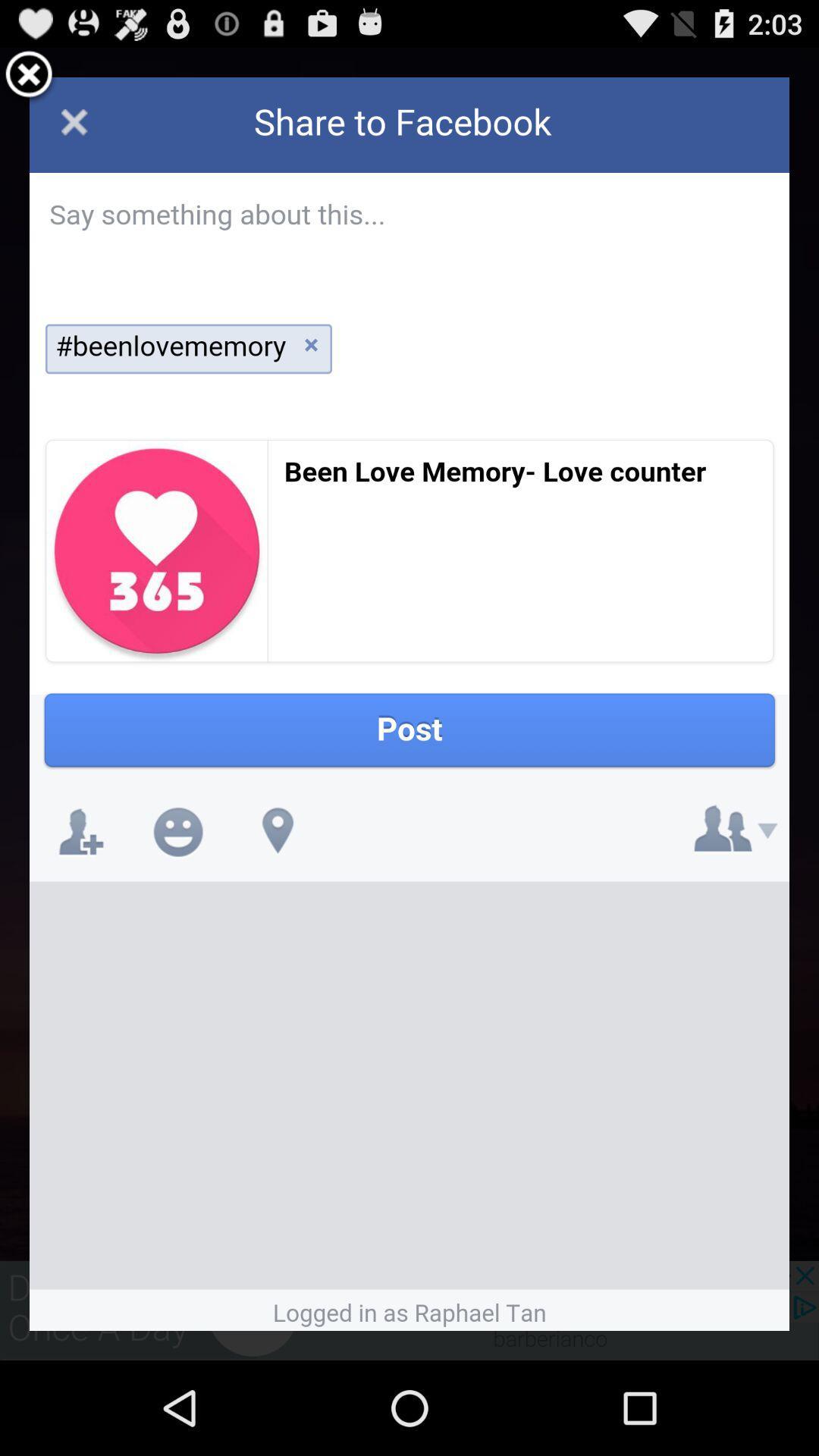  Describe the element at coordinates (29, 76) in the screenshot. I see `screen` at that location.